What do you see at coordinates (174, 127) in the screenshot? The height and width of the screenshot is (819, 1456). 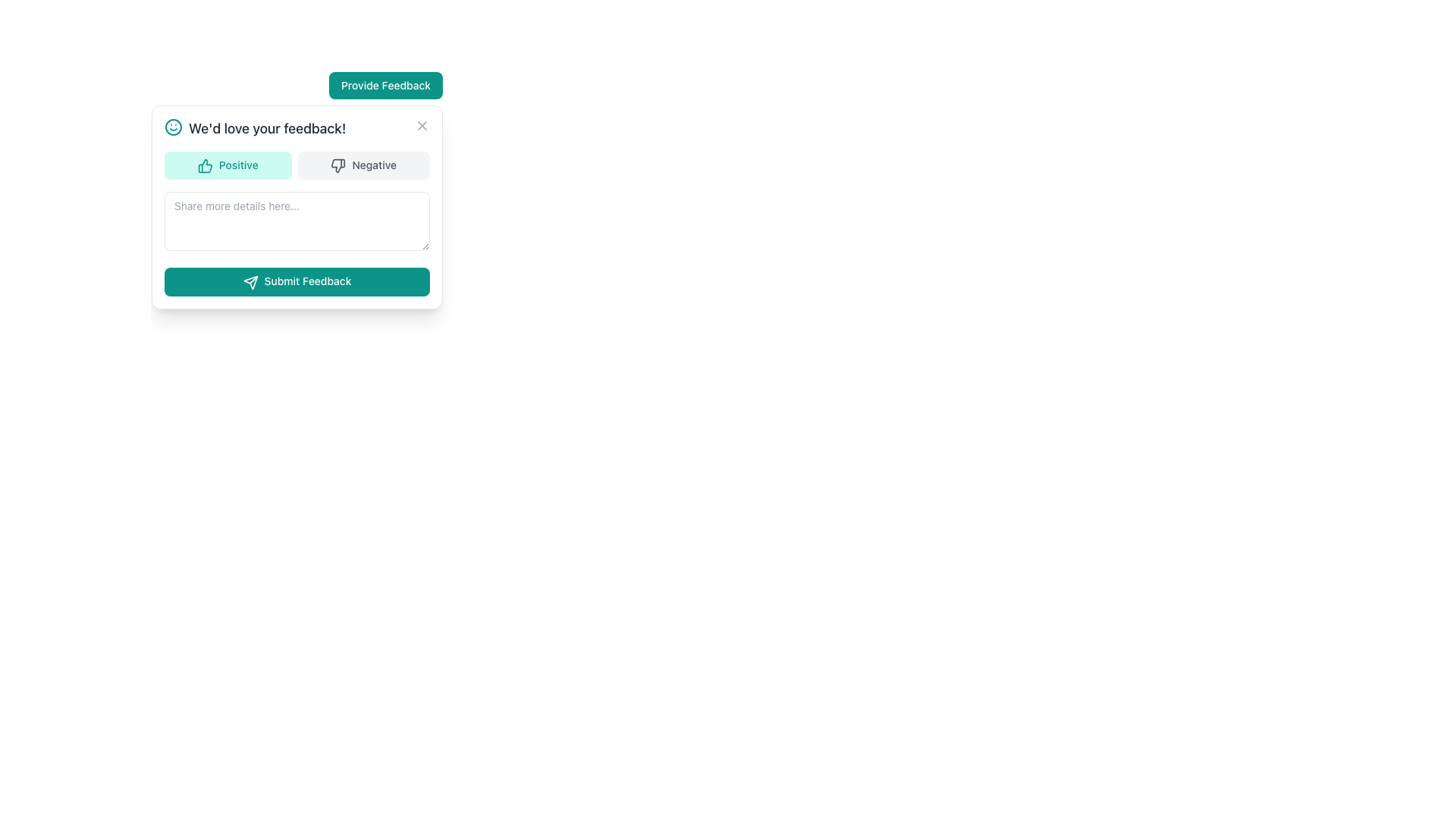 I see `the smiley face icon that visually represents positivity, located next to the feedback prompt titled 'We'd love your feedback!'` at bounding box center [174, 127].